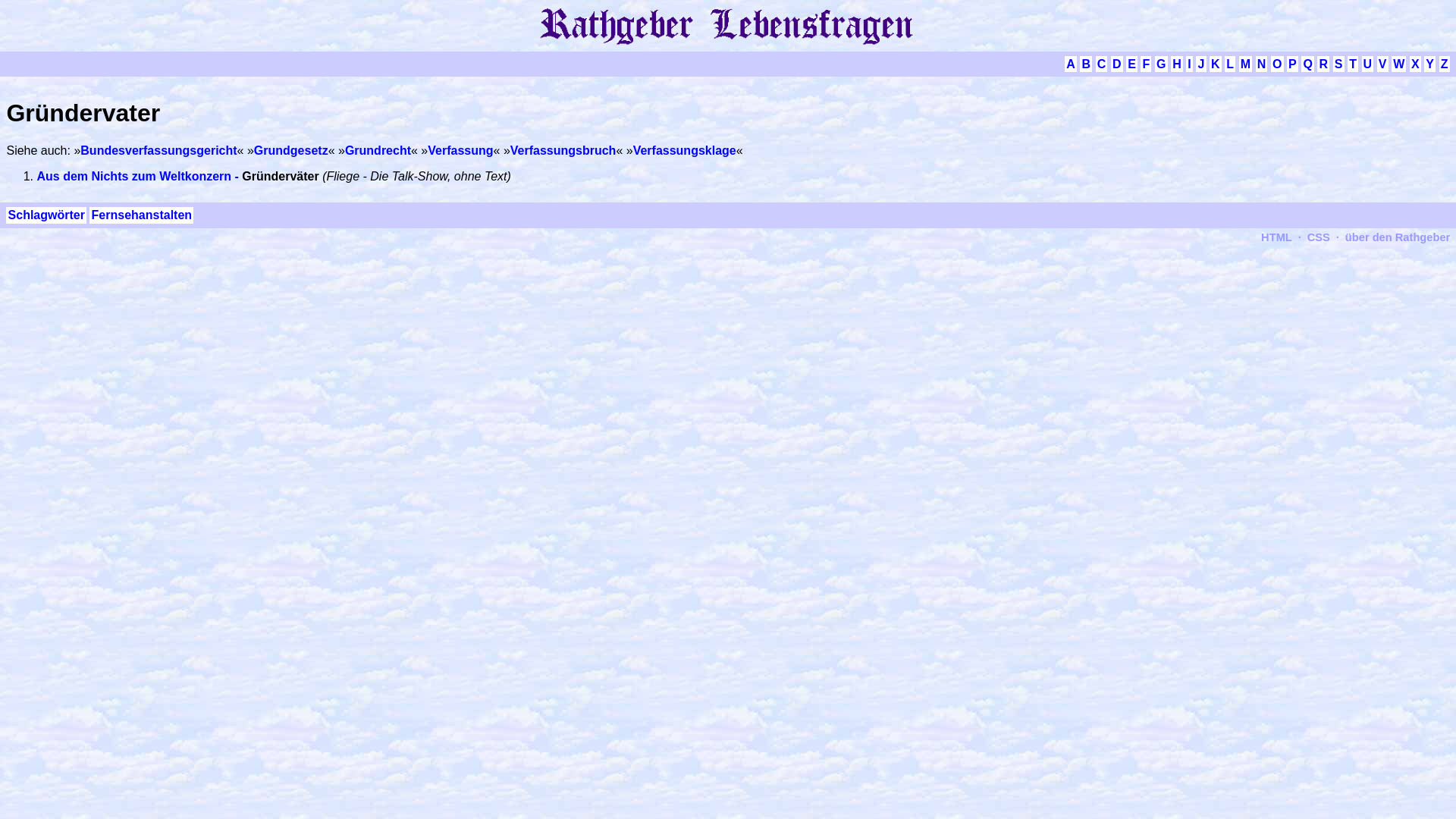 Image resolution: width=1456 pixels, height=819 pixels. What do you see at coordinates (1276, 63) in the screenshot?
I see `'O'` at bounding box center [1276, 63].